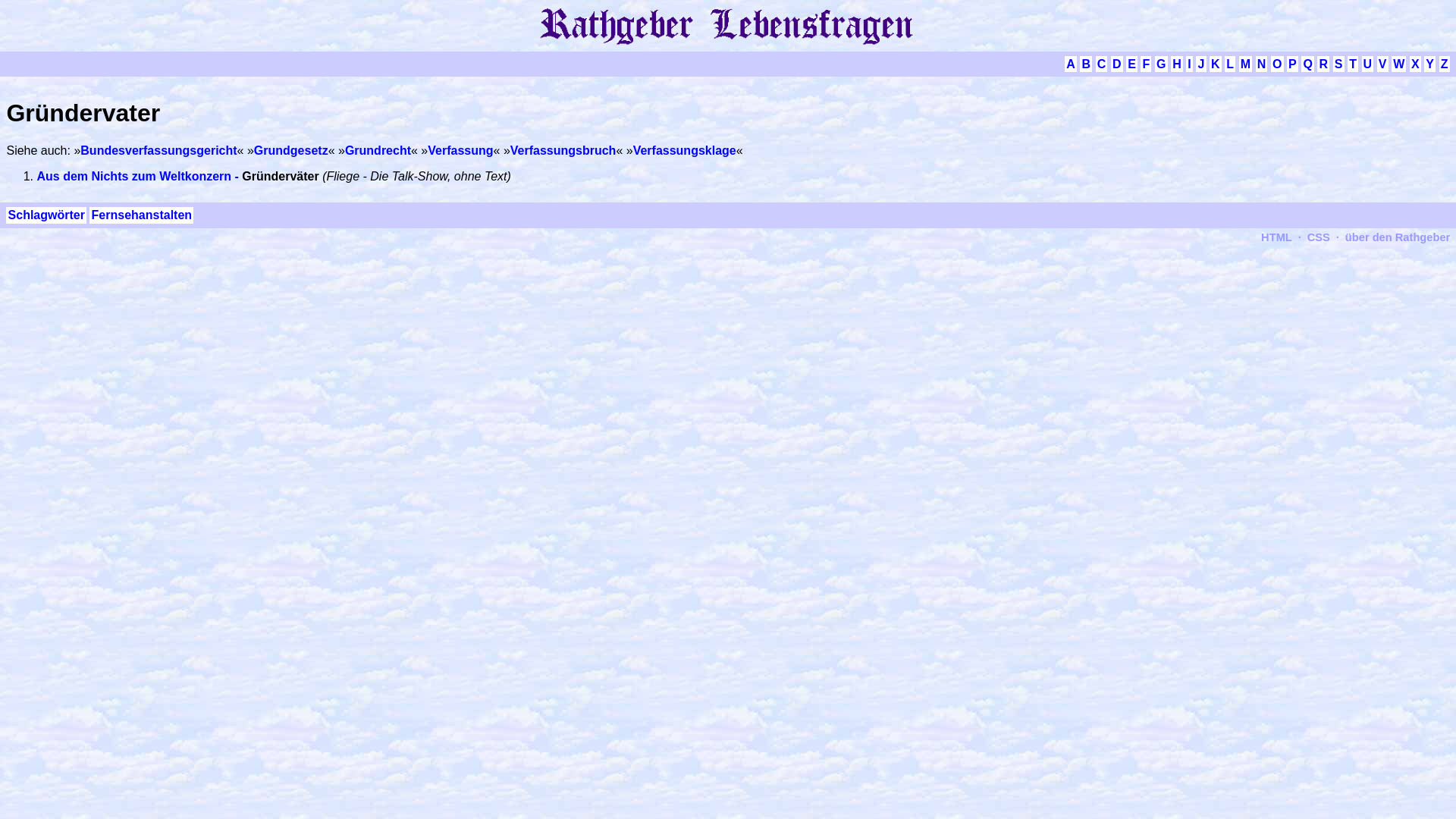 Image resolution: width=1456 pixels, height=819 pixels. What do you see at coordinates (1276, 63) in the screenshot?
I see `'O'` at bounding box center [1276, 63].